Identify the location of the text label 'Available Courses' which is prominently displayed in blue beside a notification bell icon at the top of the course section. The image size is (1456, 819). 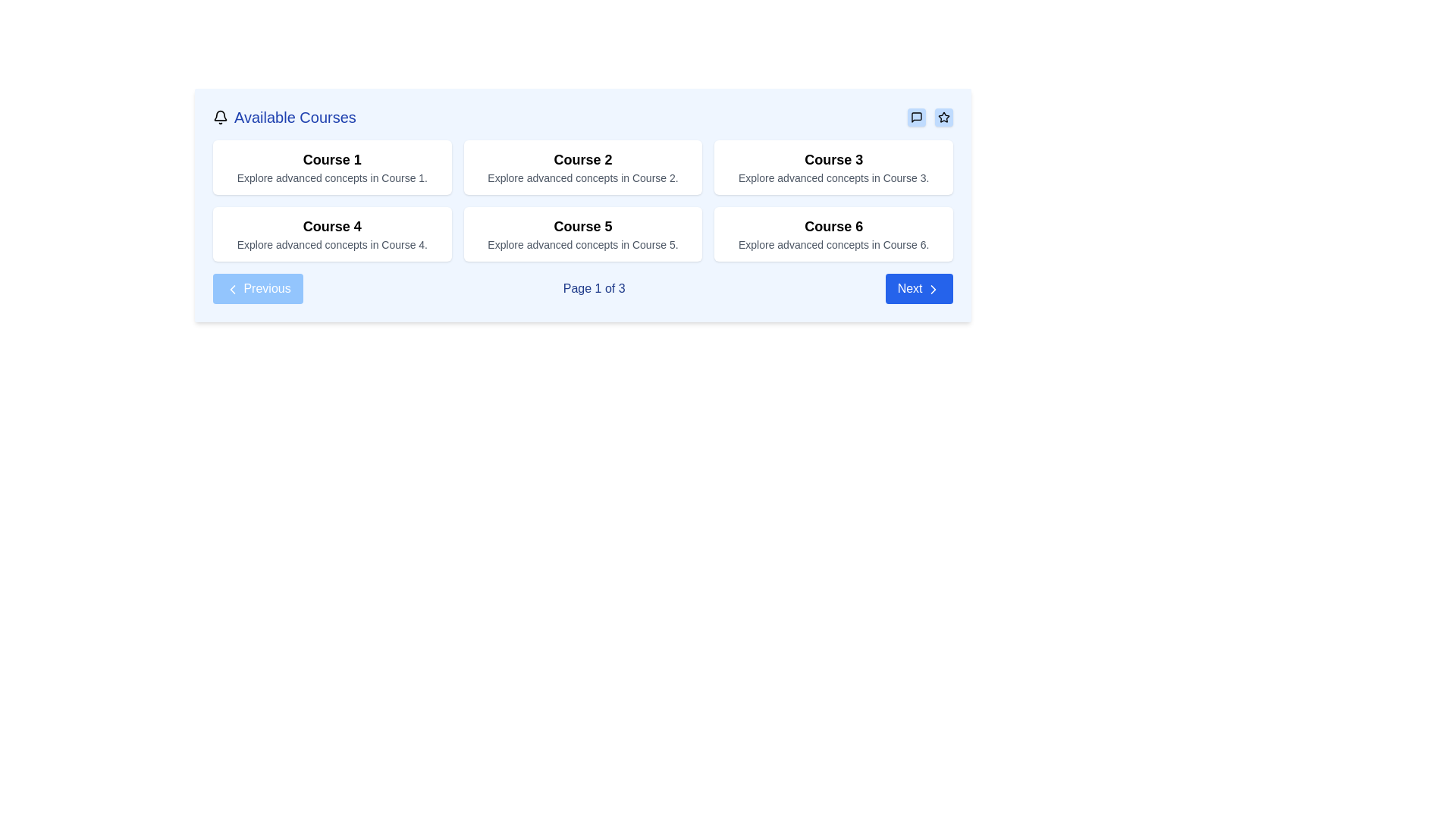
(295, 116).